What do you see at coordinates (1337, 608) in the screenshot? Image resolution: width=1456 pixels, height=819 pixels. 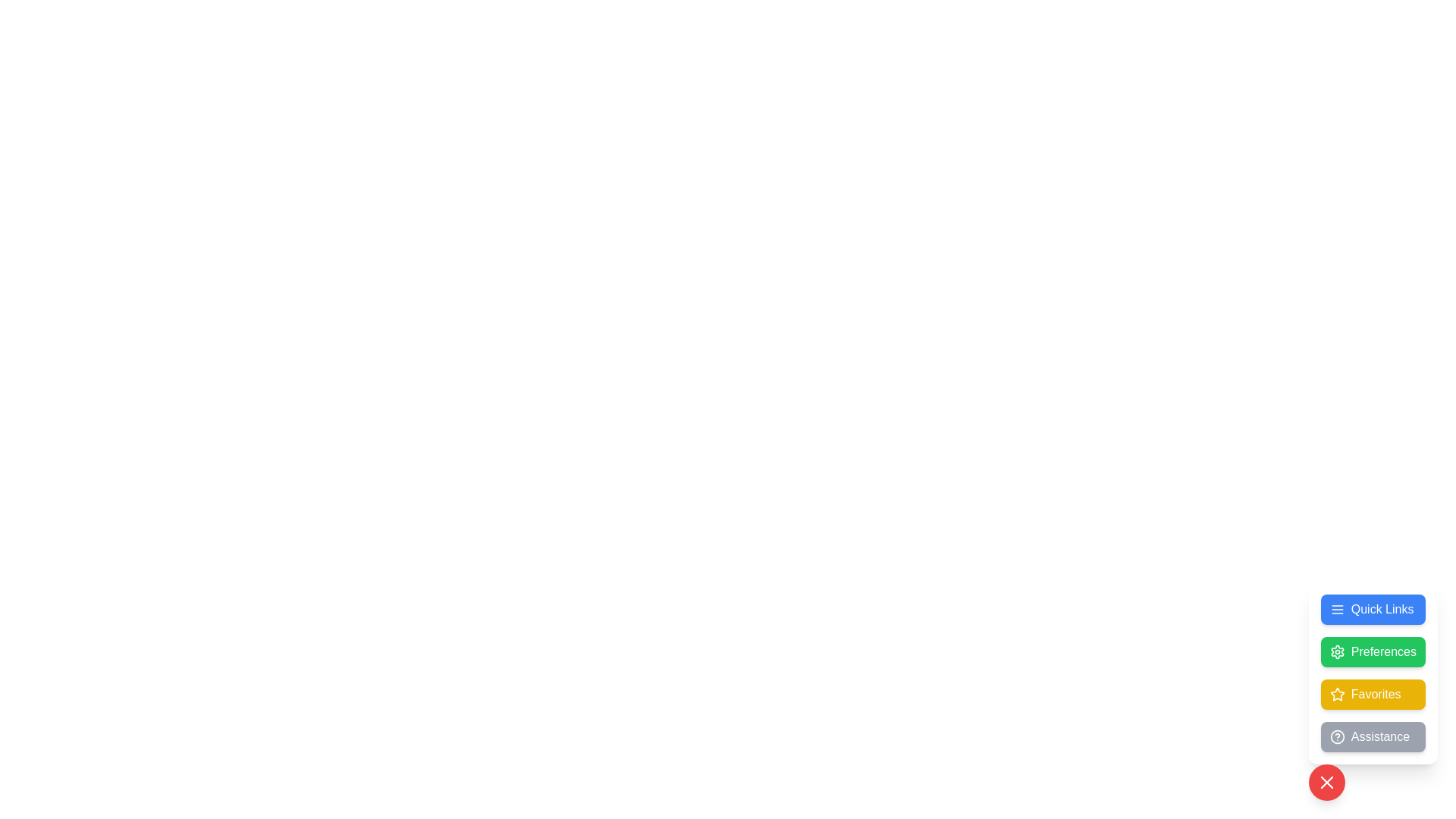 I see `the menu icon located to the left of the 'Quick Links' text inside the blue button at the top of the vertical stack of buttons on the right side of the interface` at bounding box center [1337, 608].